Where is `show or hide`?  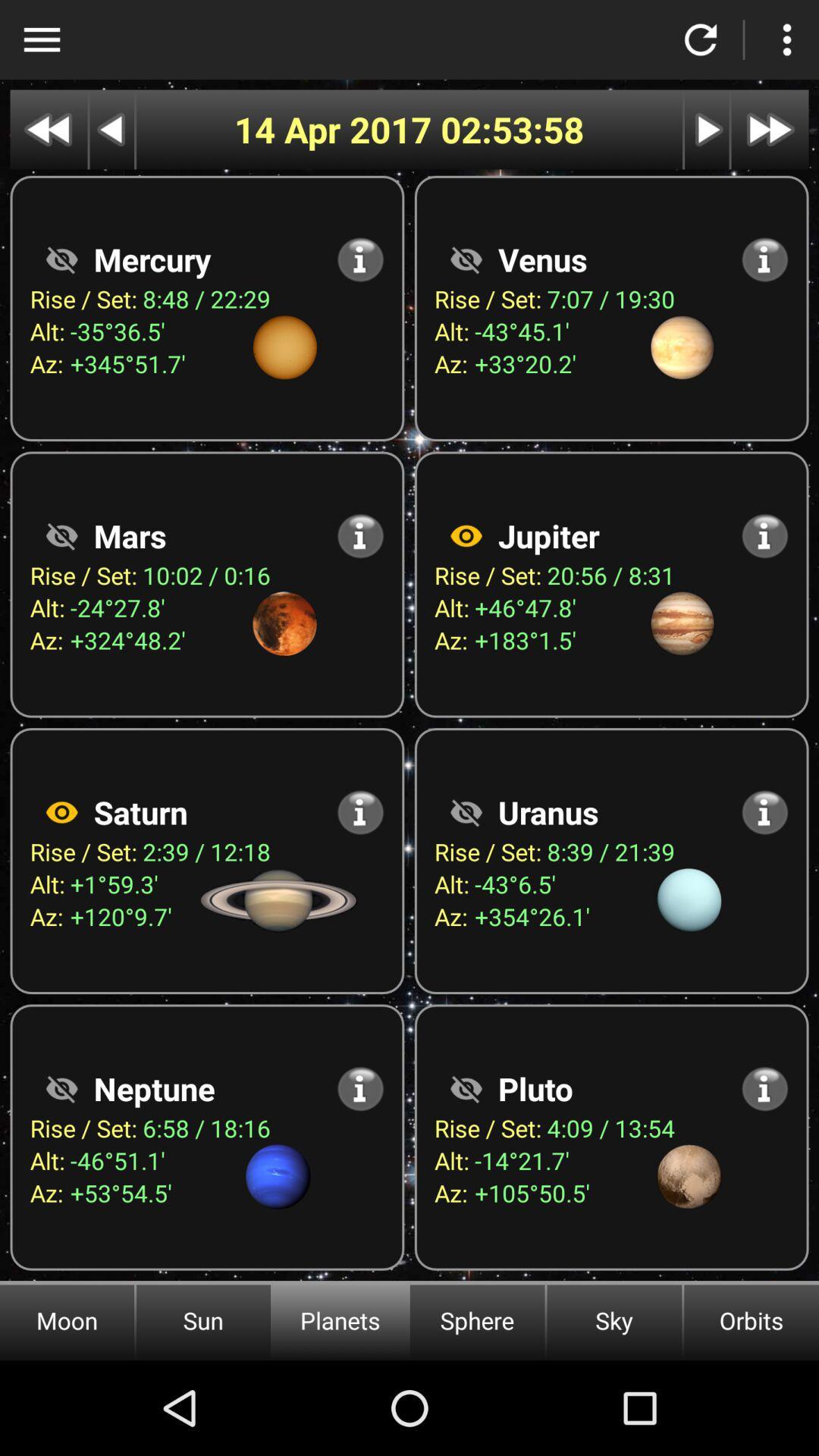
show or hide is located at coordinates (465, 811).